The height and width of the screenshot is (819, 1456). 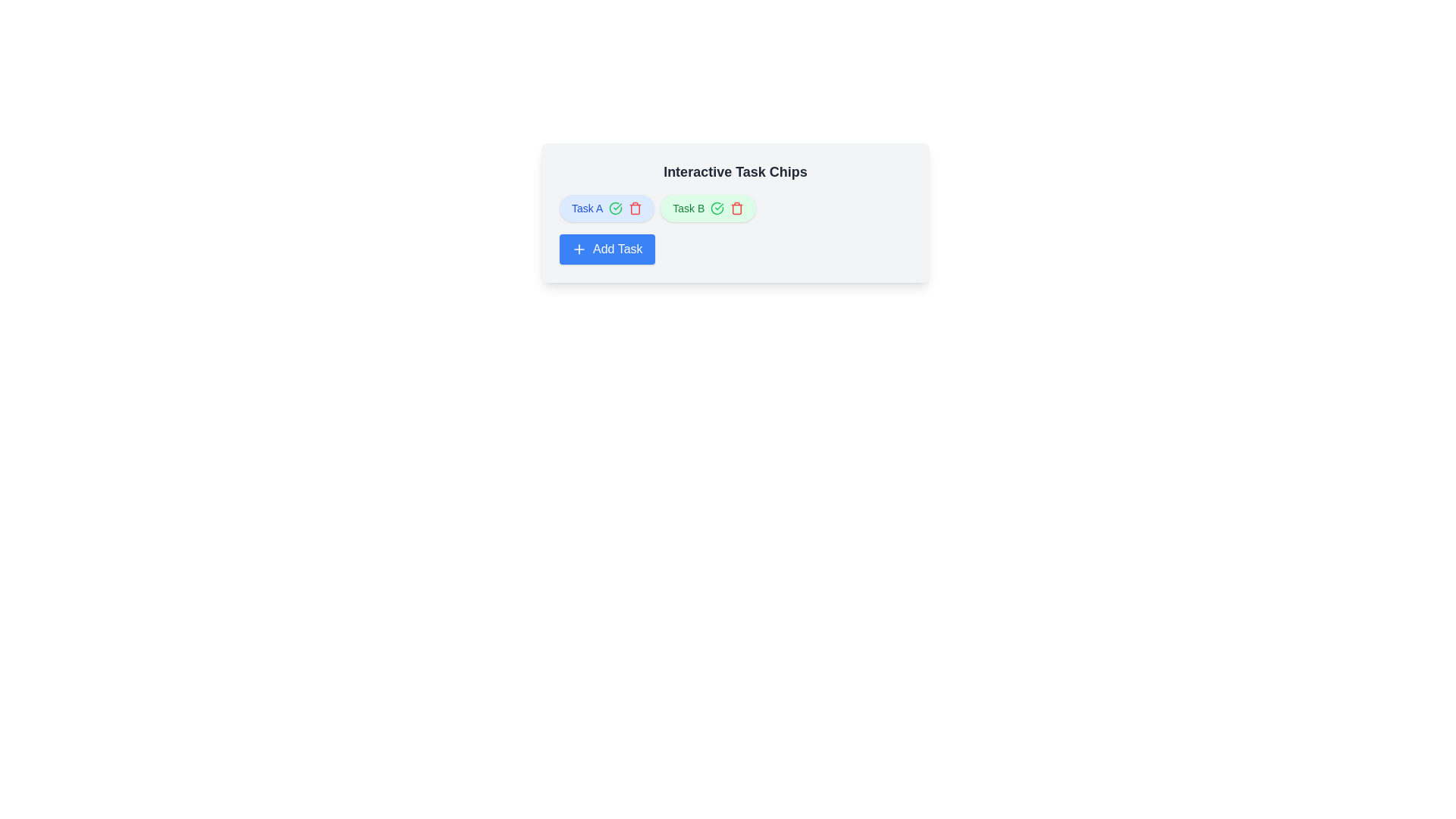 I want to click on the completion button located between the 'Task A' label and the red trash icon, so click(x=616, y=208).